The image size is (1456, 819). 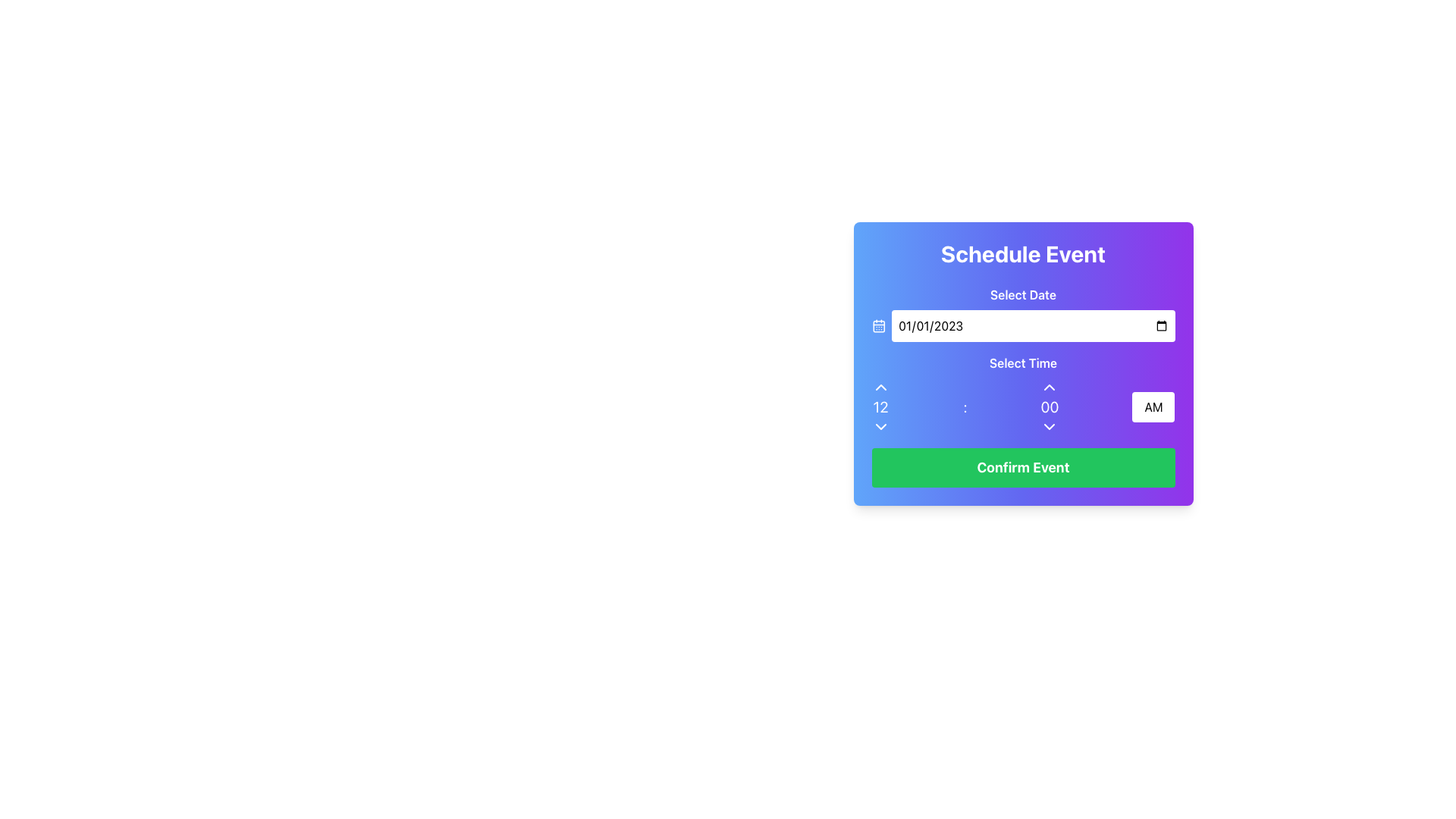 I want to click on the time increment button located on the right side of the time selection component to increment the minute value, so click(x=1049, y=386).